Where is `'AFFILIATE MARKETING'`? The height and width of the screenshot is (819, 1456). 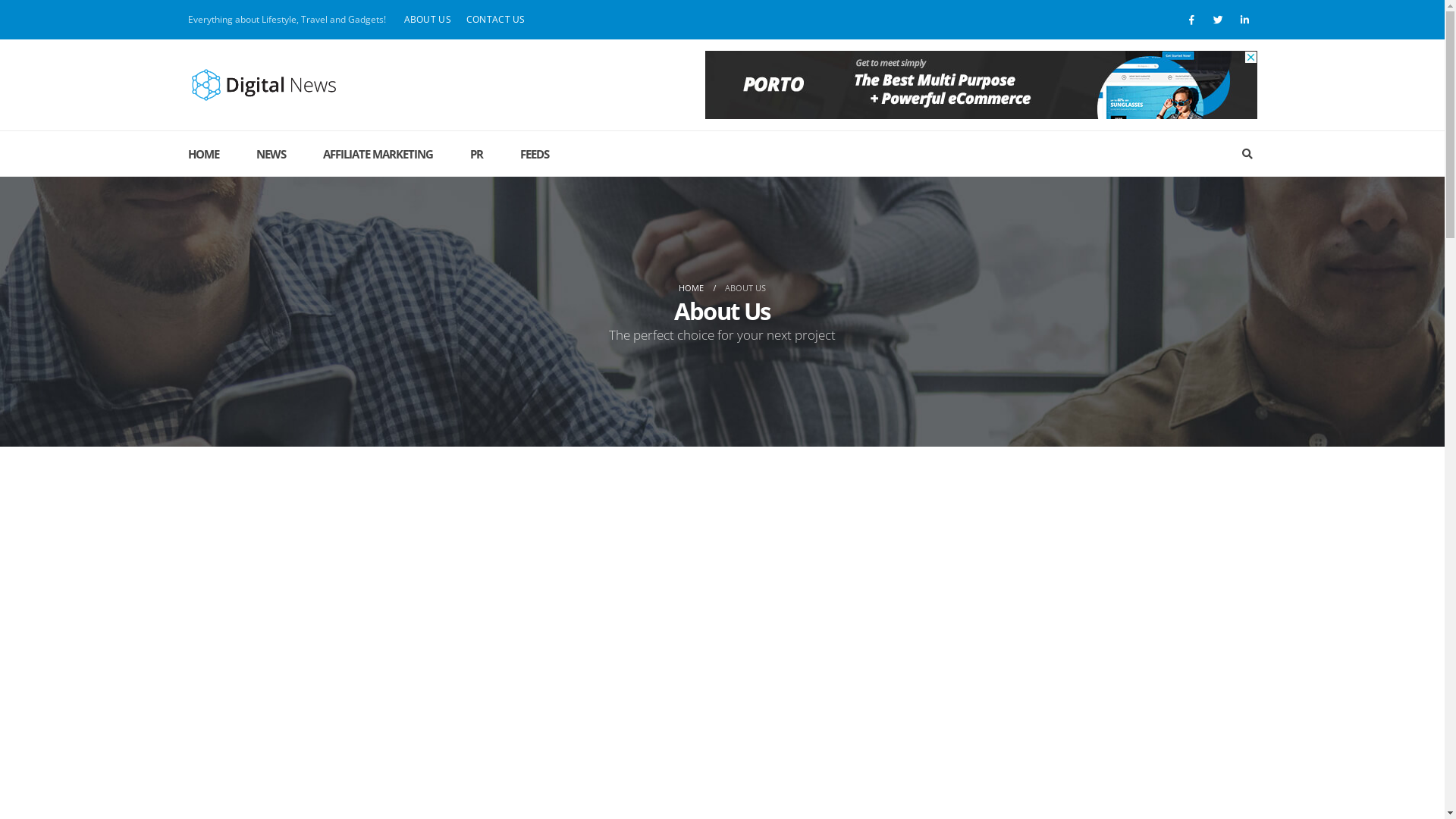
'AFFILIATE MARKETING' is located at coordinates (378, 154).